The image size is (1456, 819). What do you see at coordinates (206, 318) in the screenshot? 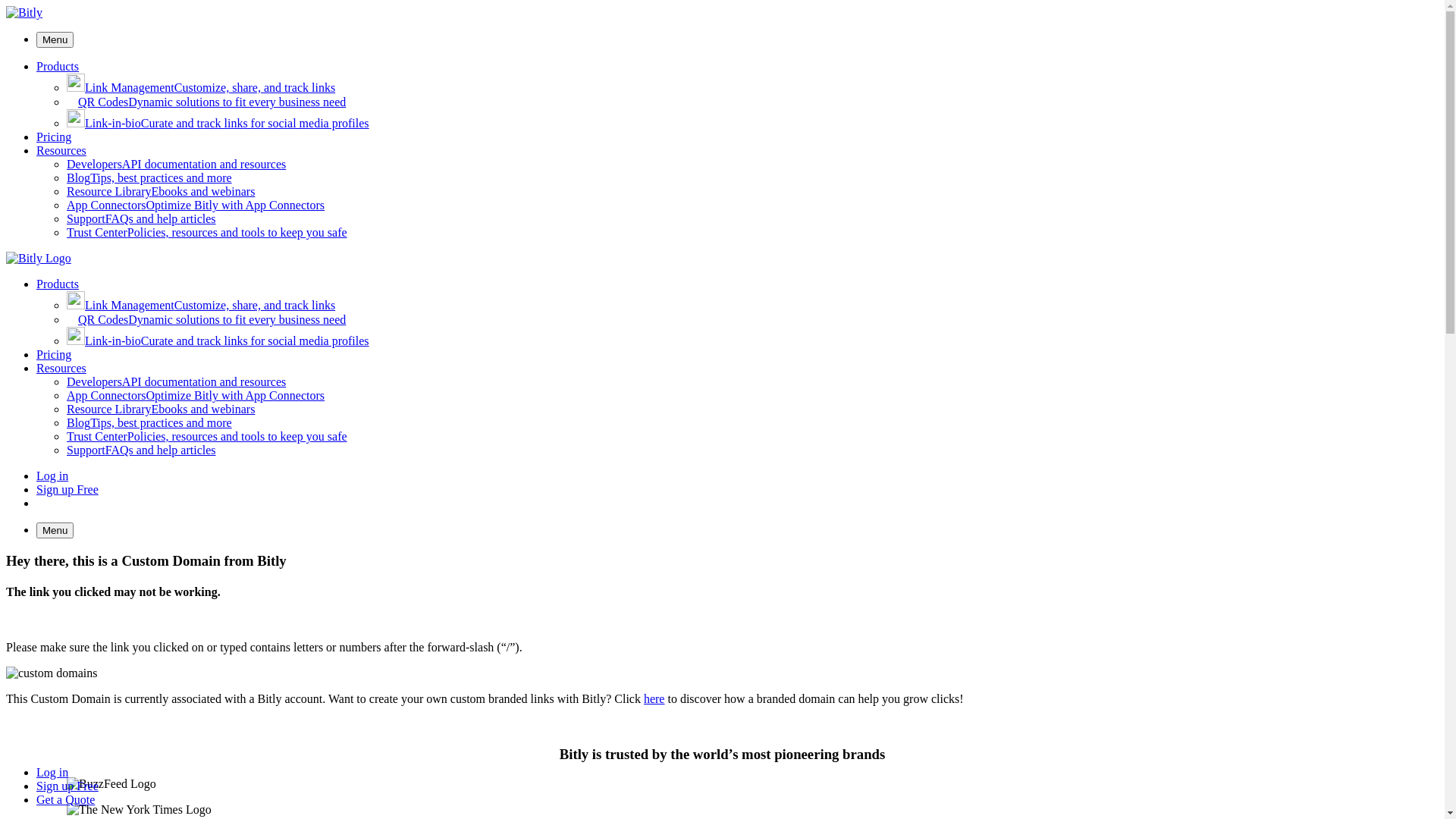
I see `'QR CodesDynamic solutions to fit every business need'` at bounding box center [206, 318].